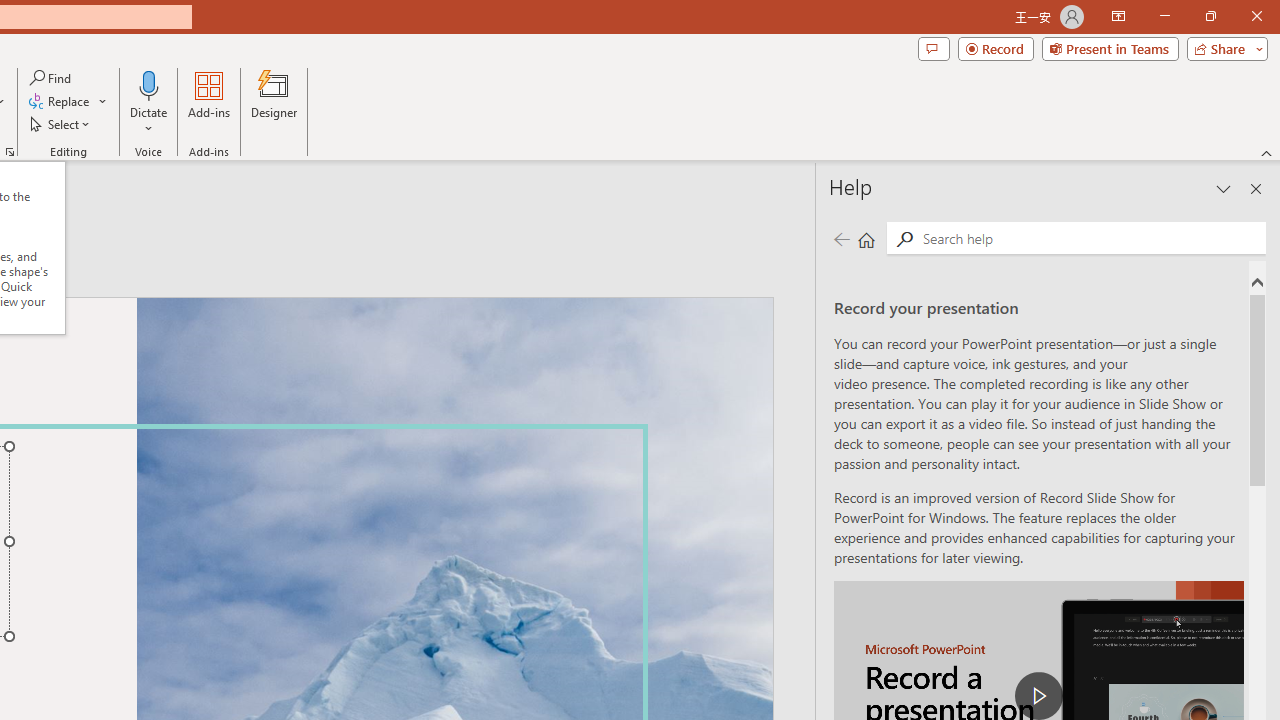  What do you see at coordinates (51, 77) in the screenshot?
I see `'Find...'` at bounding box center [51, 77].